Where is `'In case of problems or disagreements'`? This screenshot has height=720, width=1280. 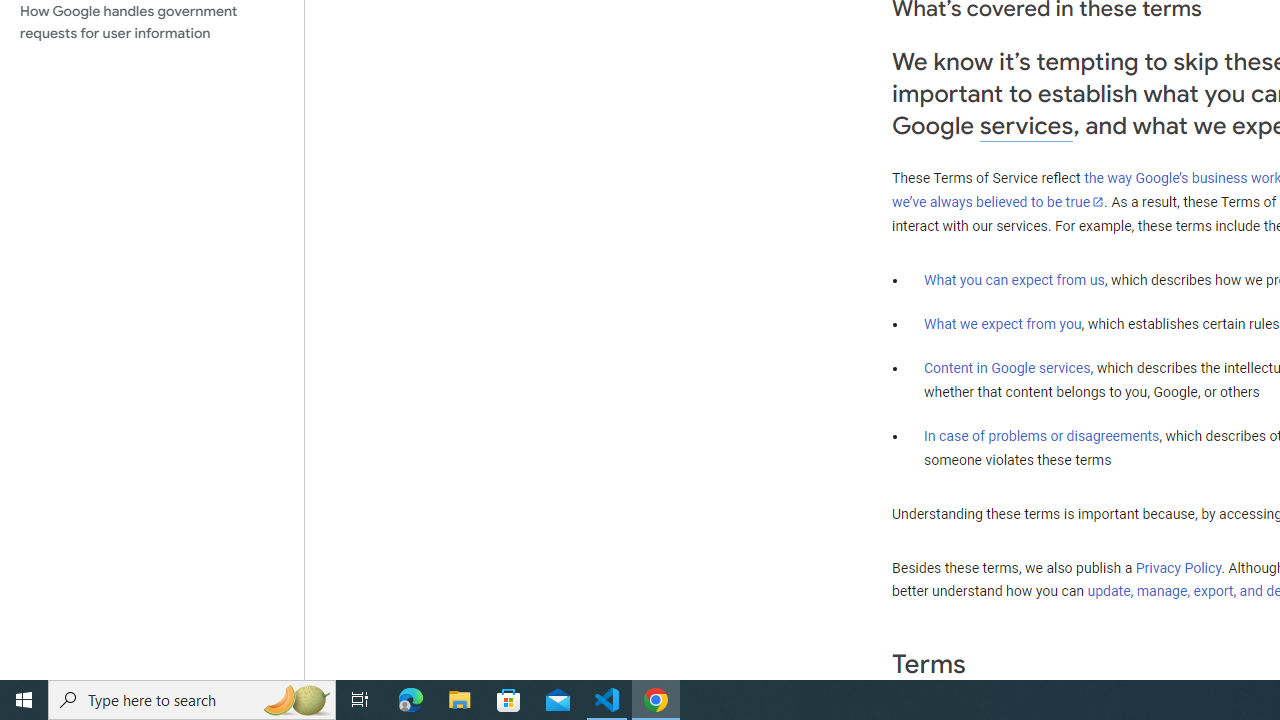
'In case of problems or disagreements' is located at coordinates (1040, 434).